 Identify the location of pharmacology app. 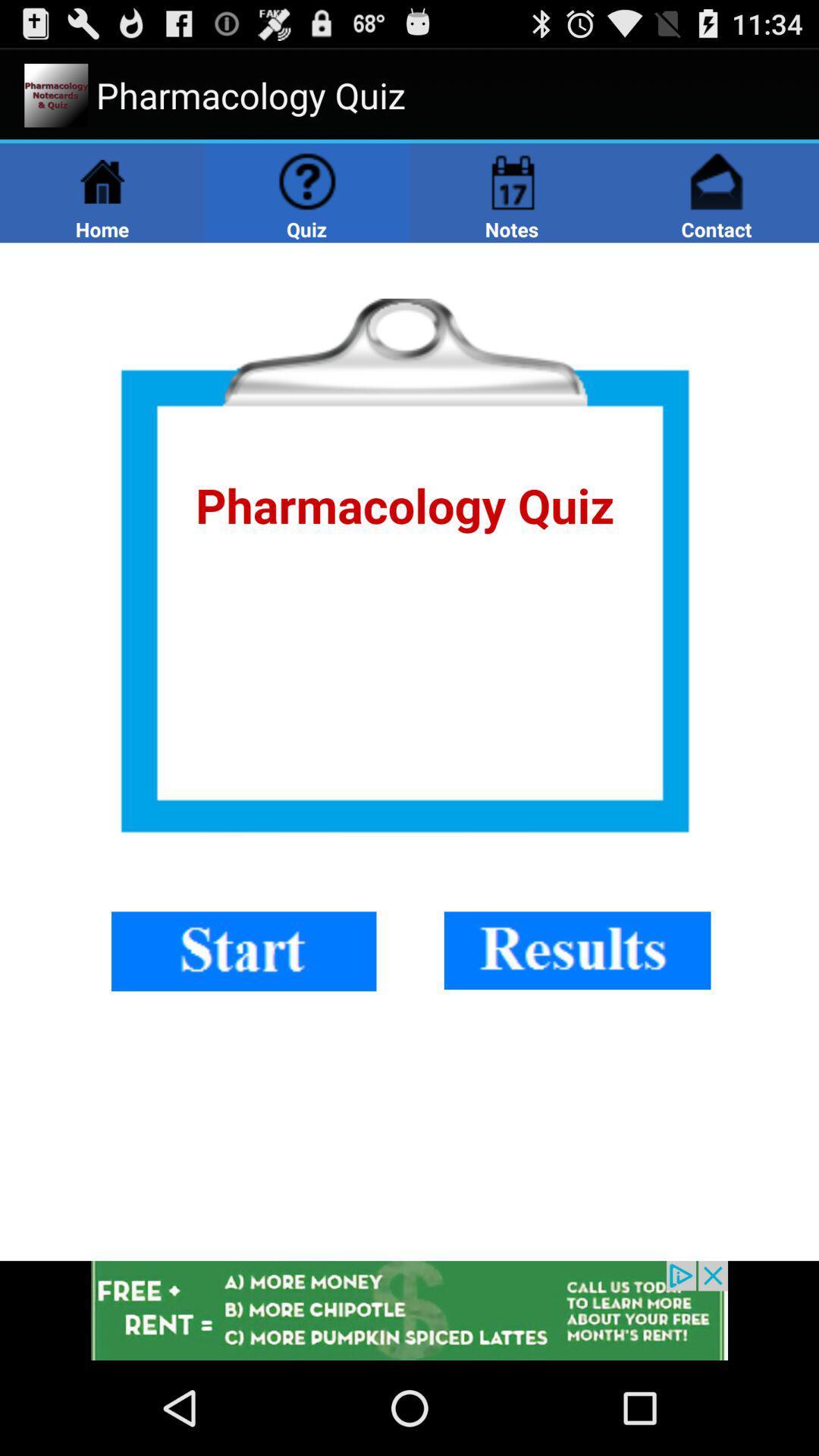
(409, 752).